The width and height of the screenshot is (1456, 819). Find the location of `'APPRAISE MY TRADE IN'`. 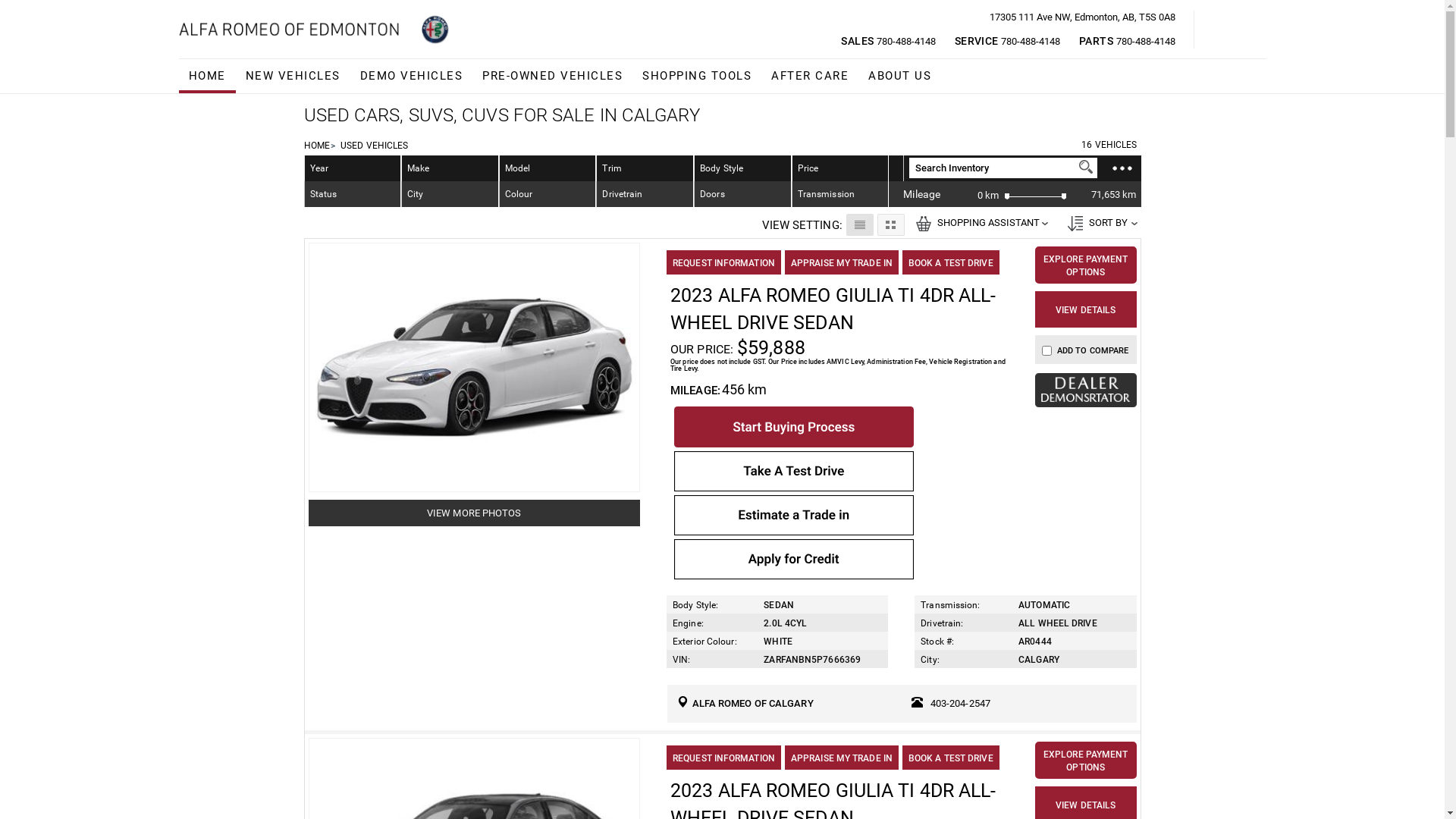

'APPRAISE MY TRADE IN' is located at coordinates (840, 262).